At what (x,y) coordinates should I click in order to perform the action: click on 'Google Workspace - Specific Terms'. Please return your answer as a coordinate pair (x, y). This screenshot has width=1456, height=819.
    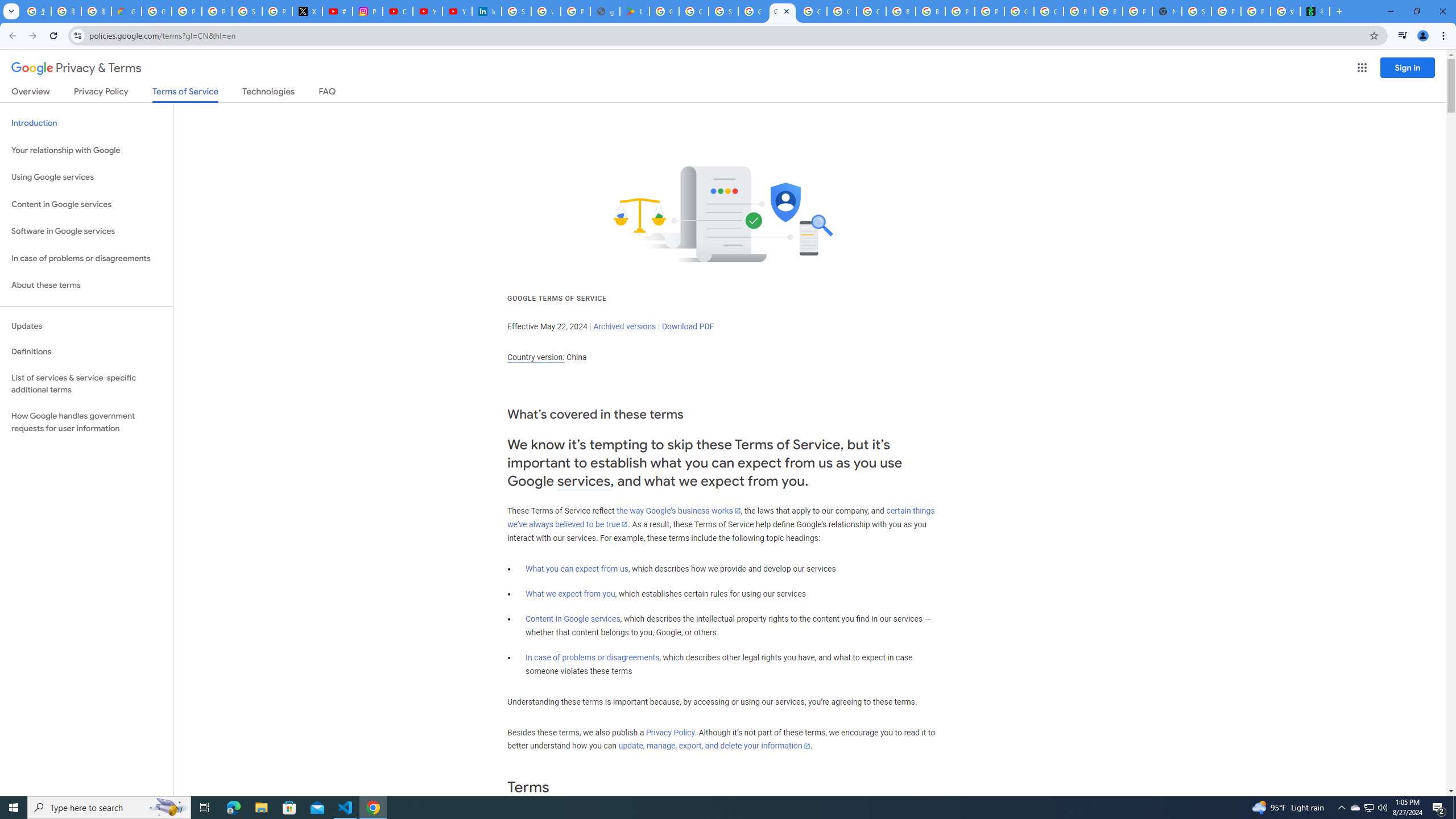
    Looking at the image, I should click on (693, 11).